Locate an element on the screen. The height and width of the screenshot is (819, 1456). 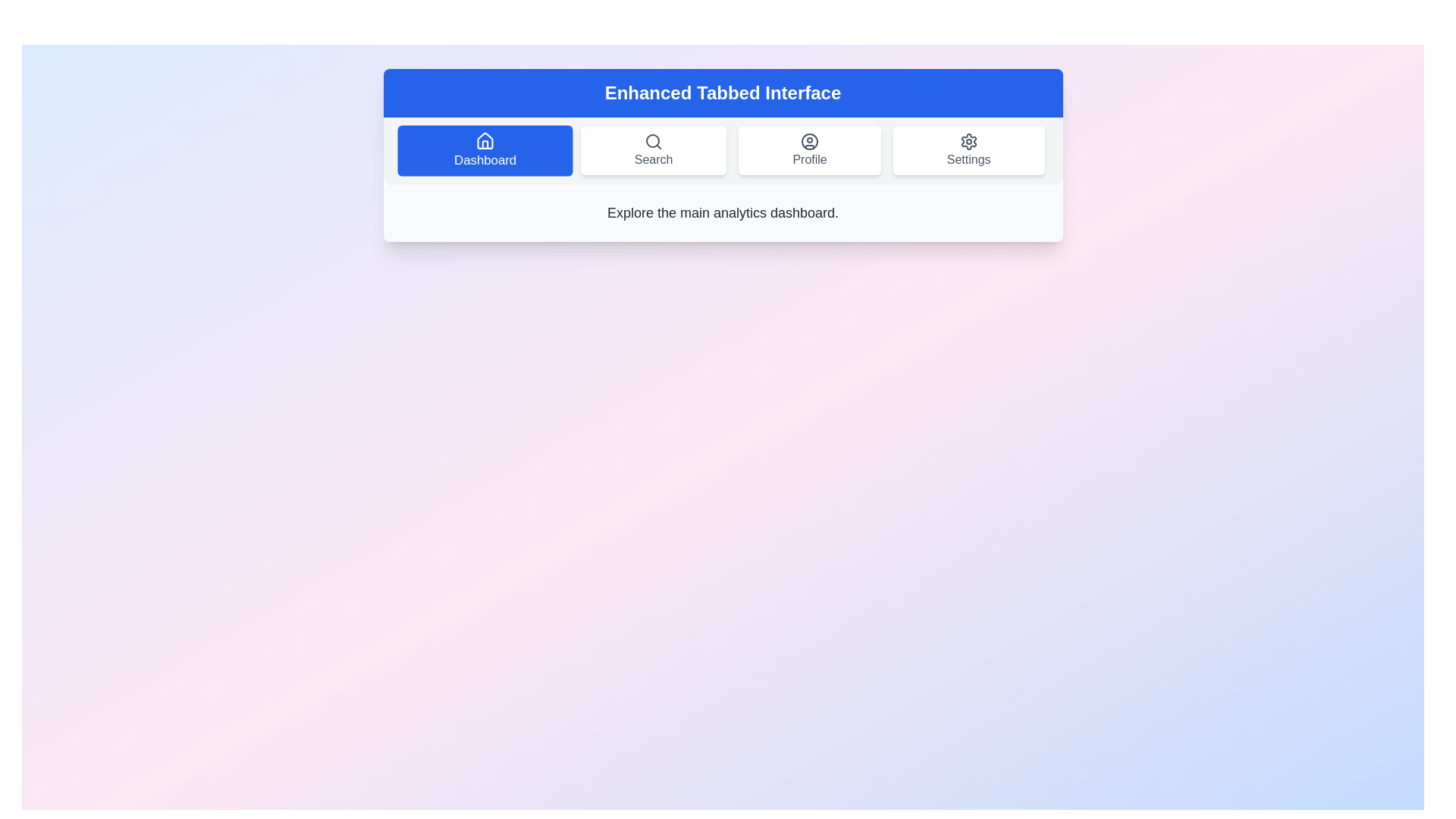
the navigation button for the Profile section, which is located between the 'Search' and 'Settings' options in the navigation bar is located at coordinates (809, 151).